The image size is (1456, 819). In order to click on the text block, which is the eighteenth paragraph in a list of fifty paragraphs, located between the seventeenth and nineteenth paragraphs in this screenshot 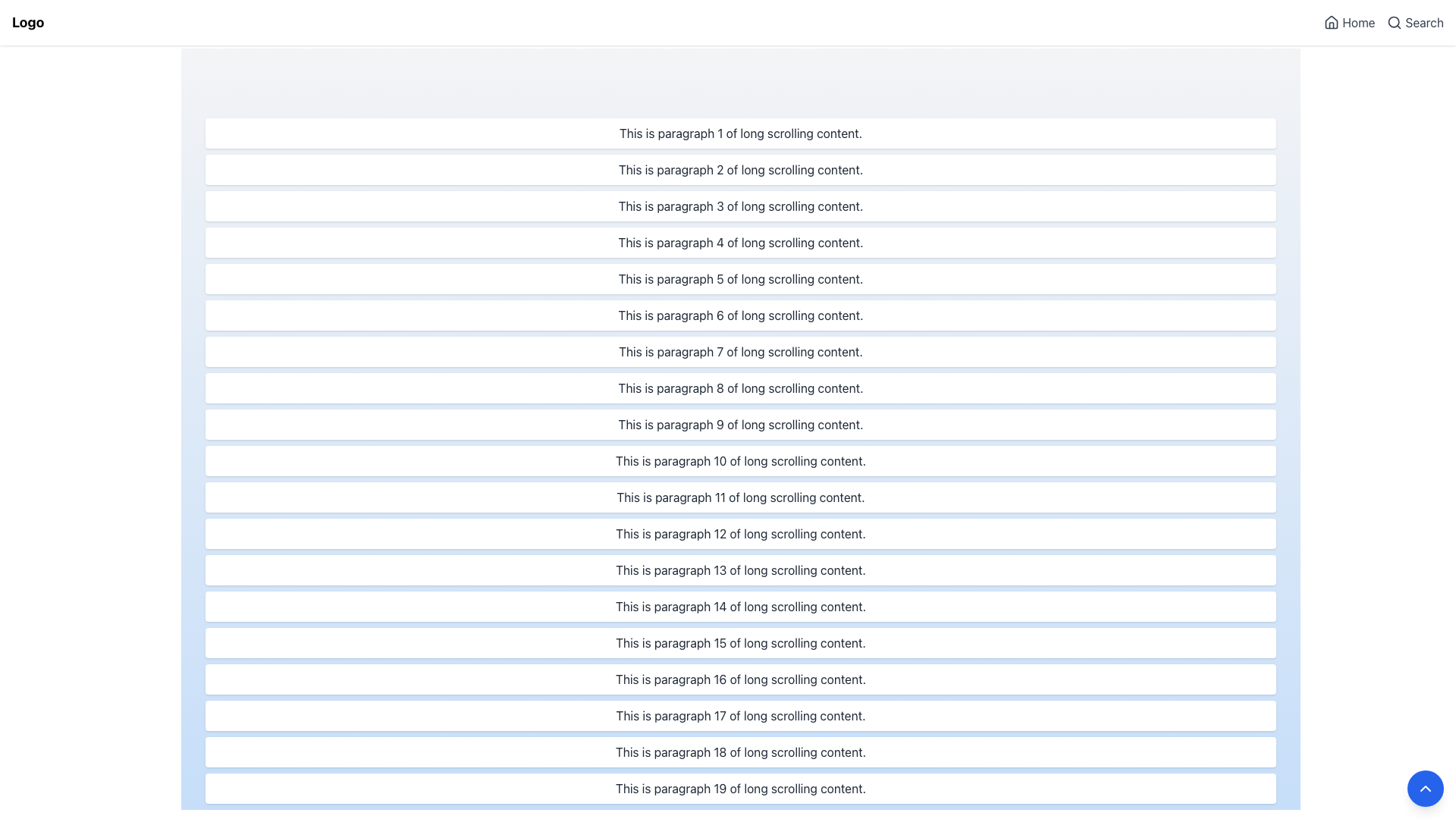, I will do `click(741, 752)`.